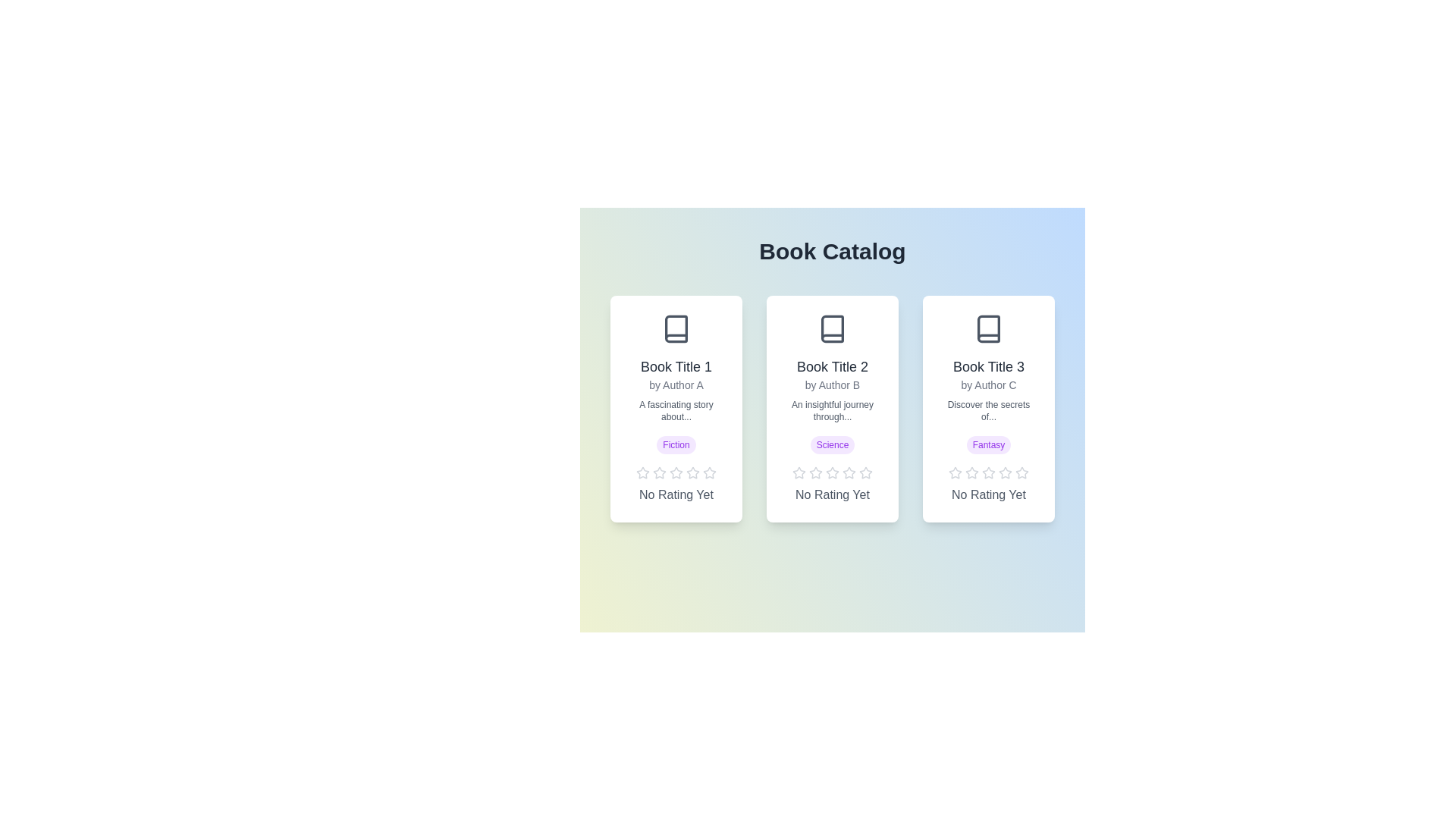  Describe the element at coordinates (989, 494) in the screenshot. I see `the current rating of the book titled Book Title 3` at that location.